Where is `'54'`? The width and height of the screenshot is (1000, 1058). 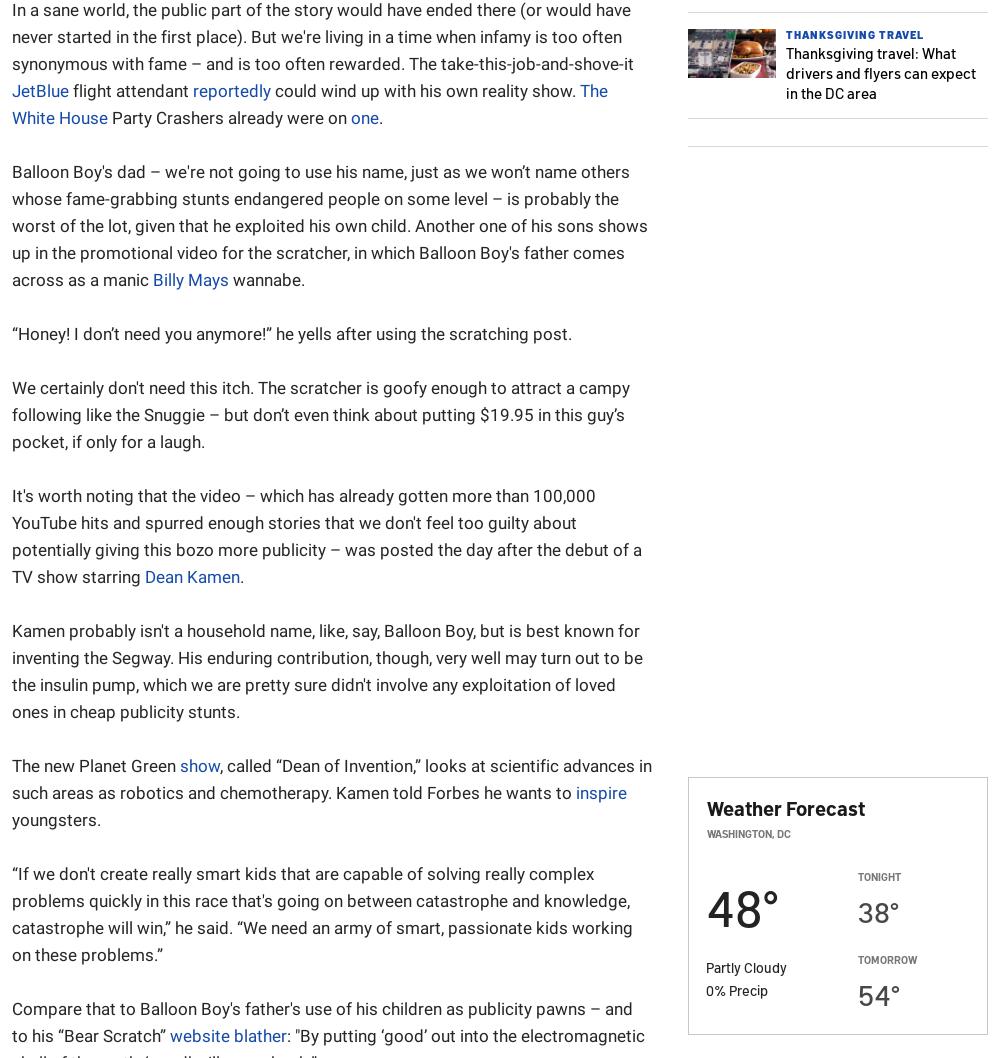
'54' is located at coordinates (873, 992).